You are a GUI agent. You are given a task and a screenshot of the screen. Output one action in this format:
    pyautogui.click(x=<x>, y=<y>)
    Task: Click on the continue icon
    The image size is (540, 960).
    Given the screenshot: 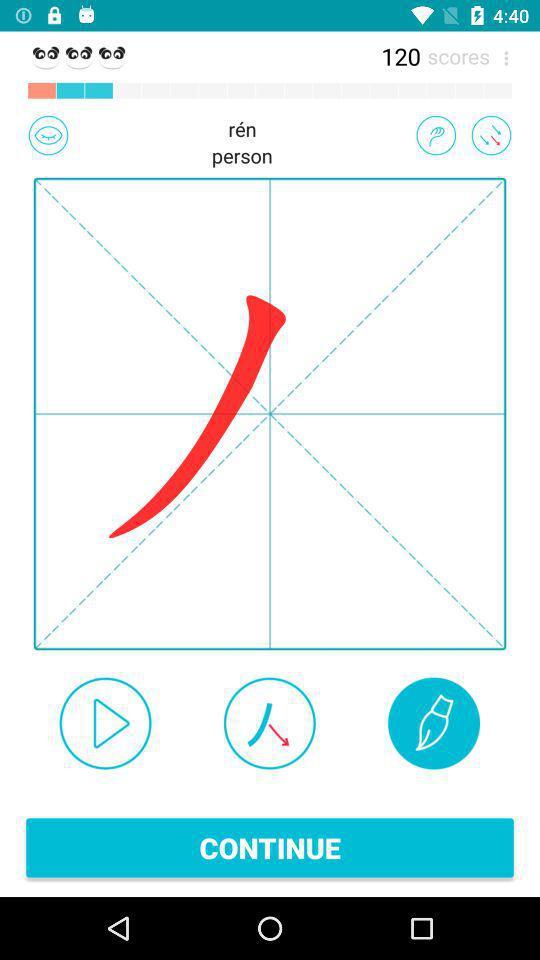 What is the action you would take?
    pyautogui.click(x=270, y=846)
    